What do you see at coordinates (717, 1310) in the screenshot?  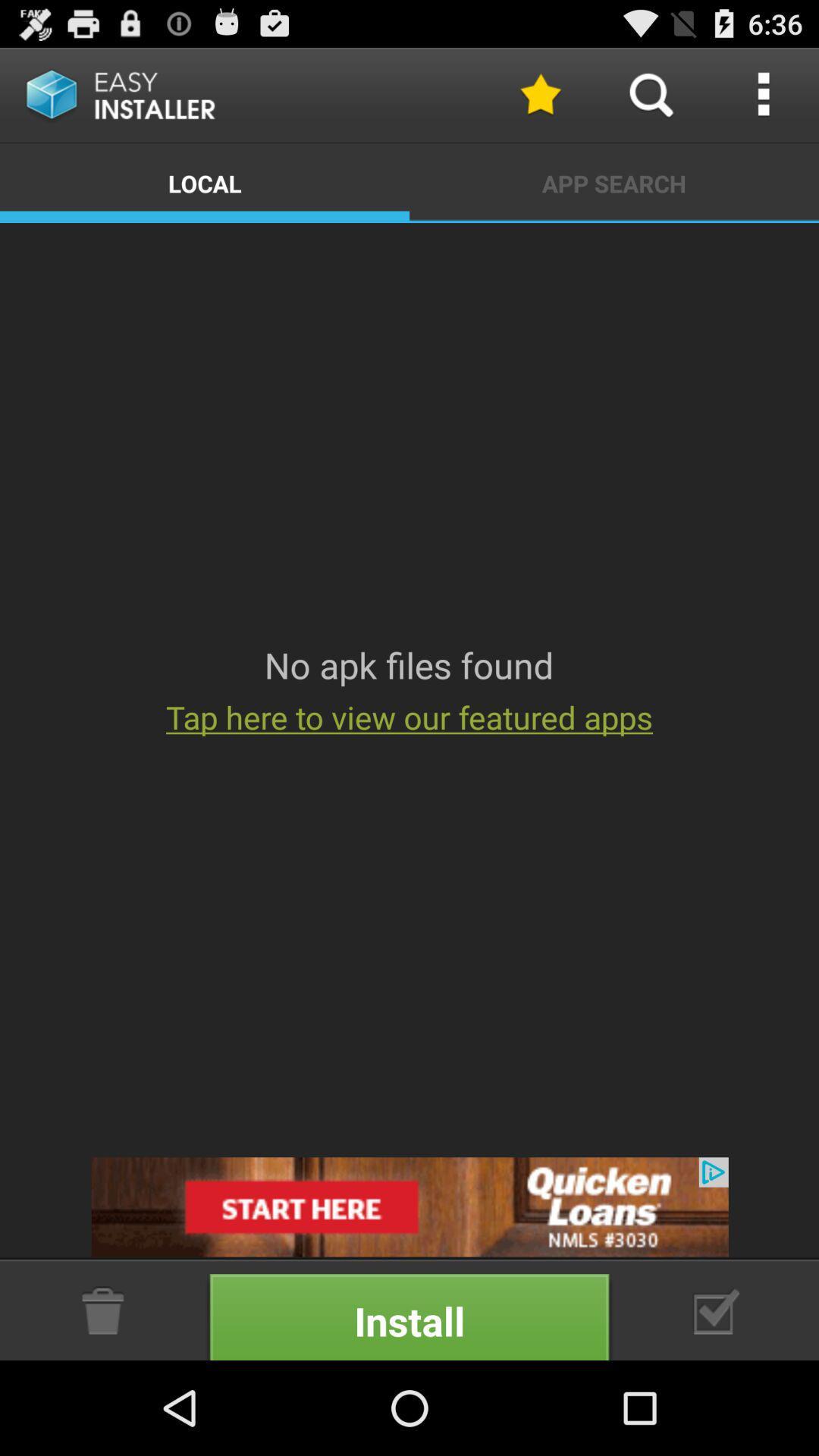 I see `tick to confirm` at bounding box center [717, 1310].